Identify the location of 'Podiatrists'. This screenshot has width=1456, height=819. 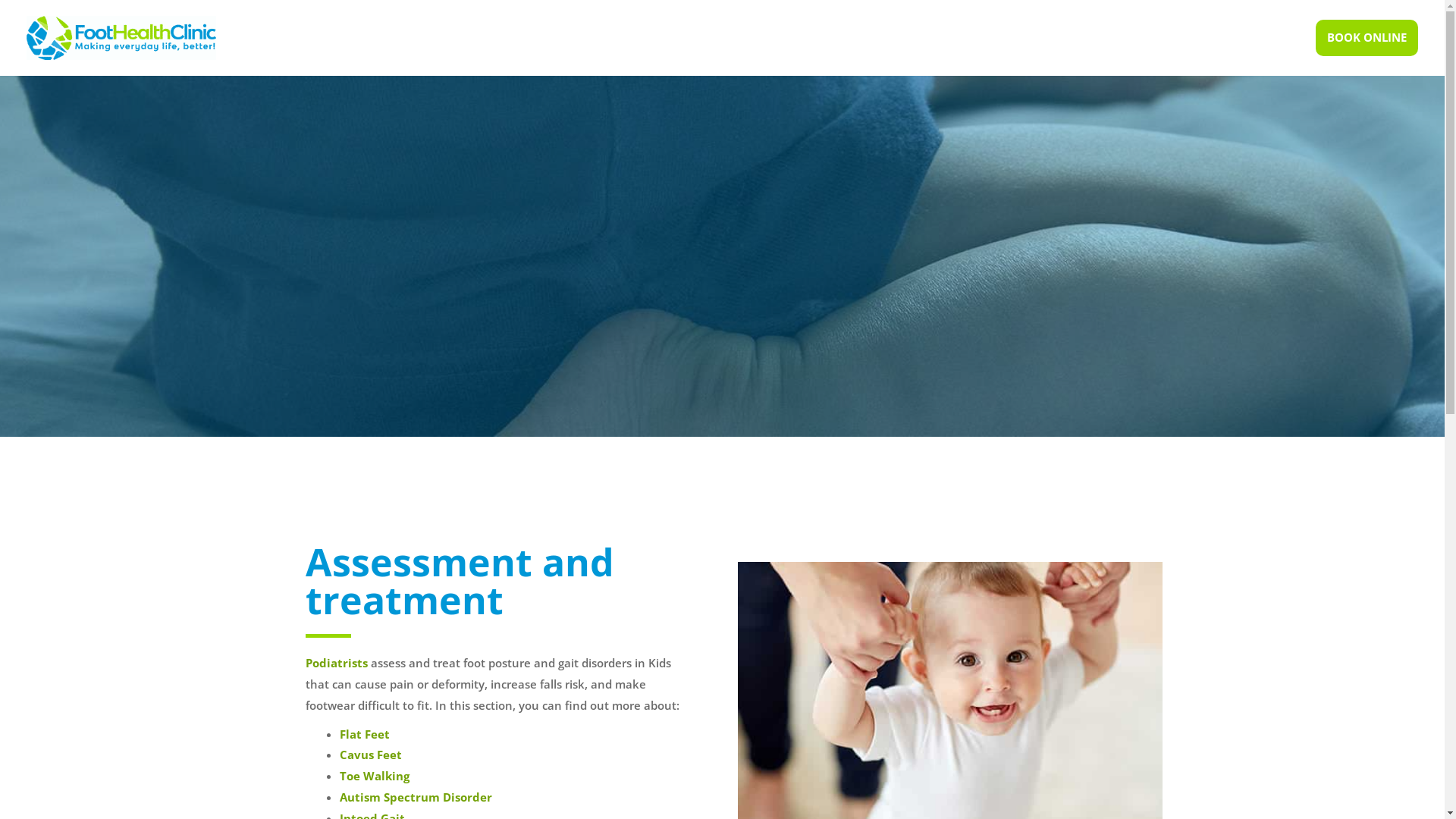
(304, 662).